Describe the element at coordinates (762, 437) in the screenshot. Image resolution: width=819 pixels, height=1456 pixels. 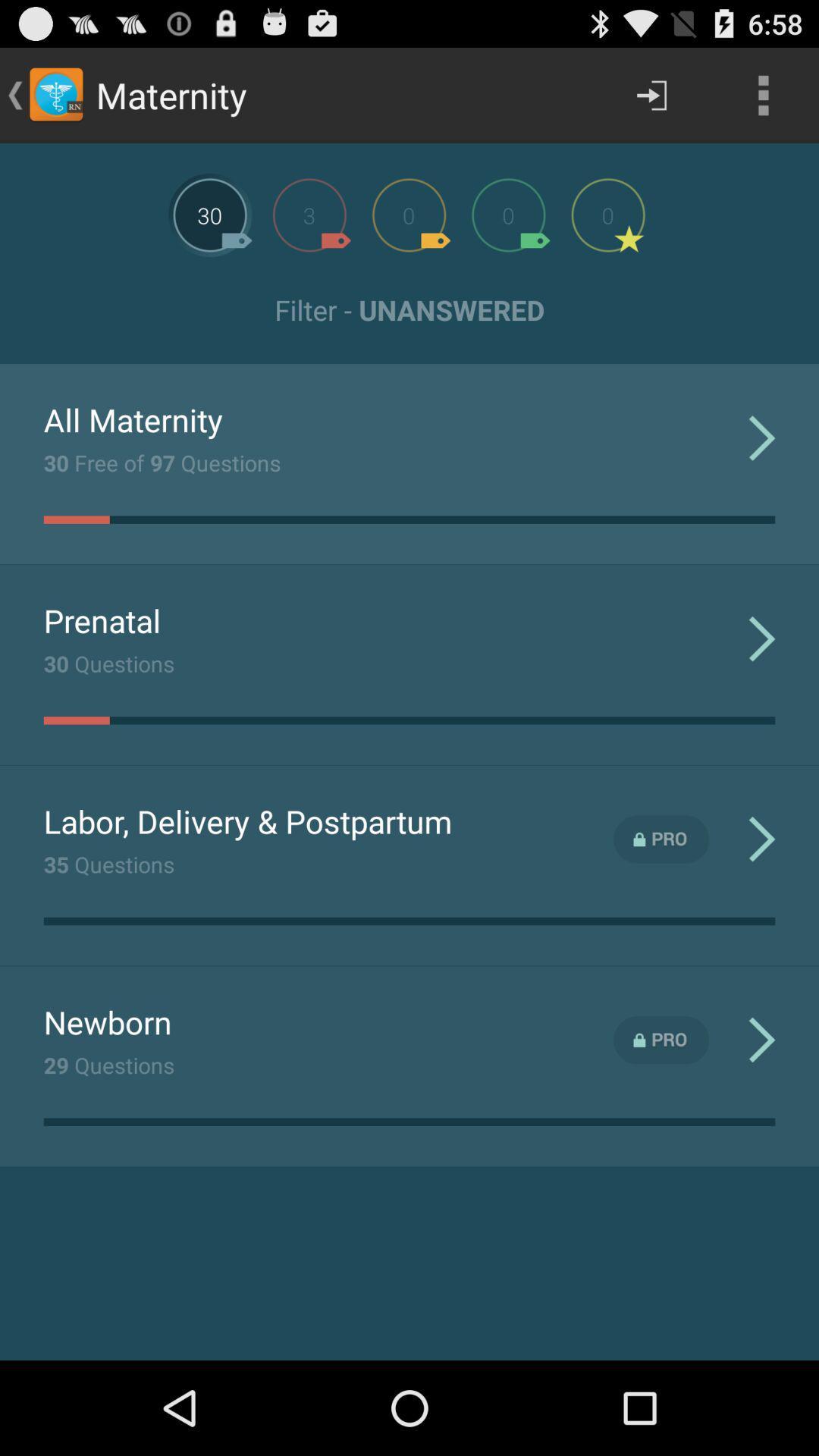
I see `the first arrow` at that location.